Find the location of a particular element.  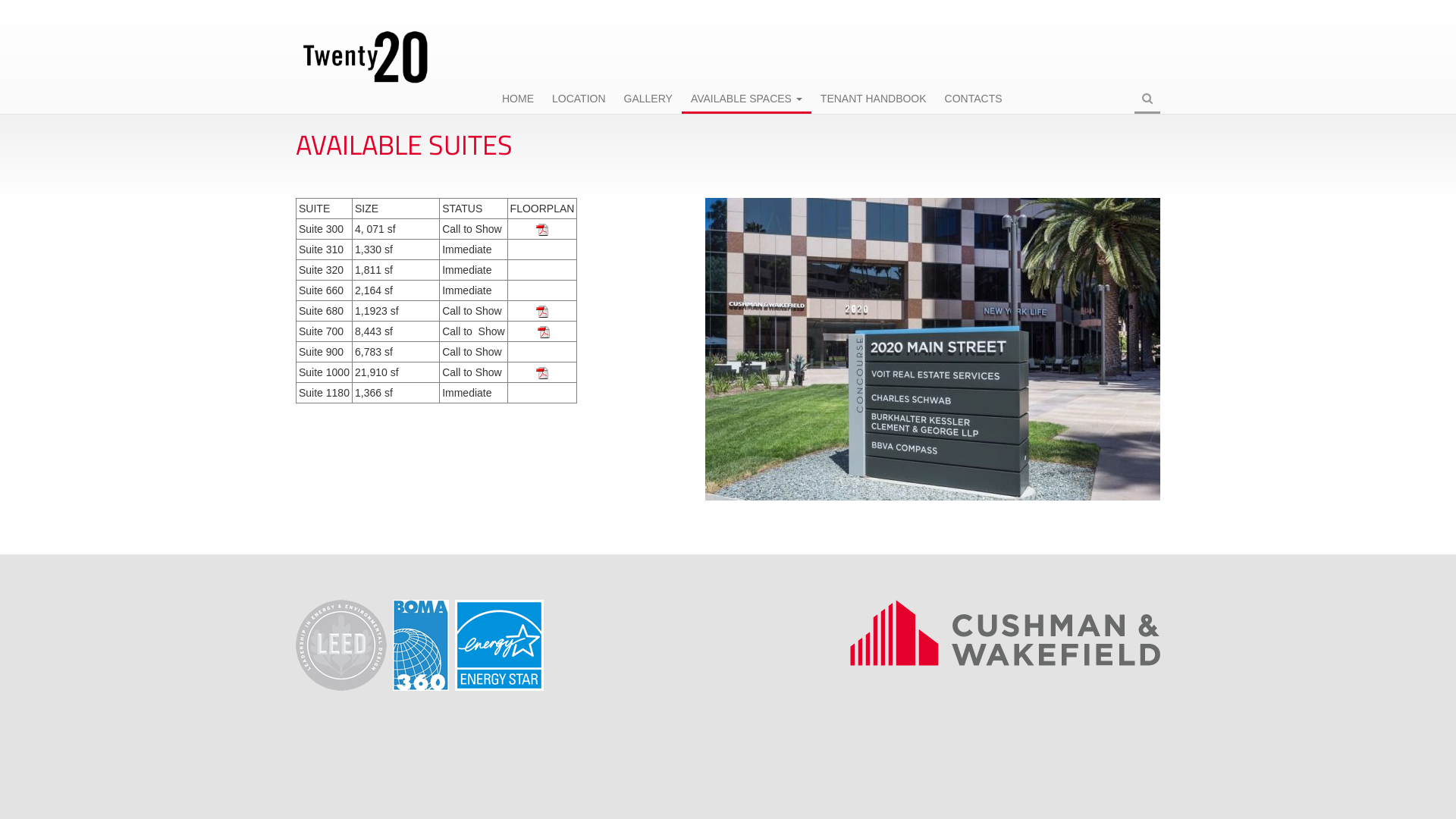

'2020_-_Suite_680.pdf' is located at coordinates (542, 309).